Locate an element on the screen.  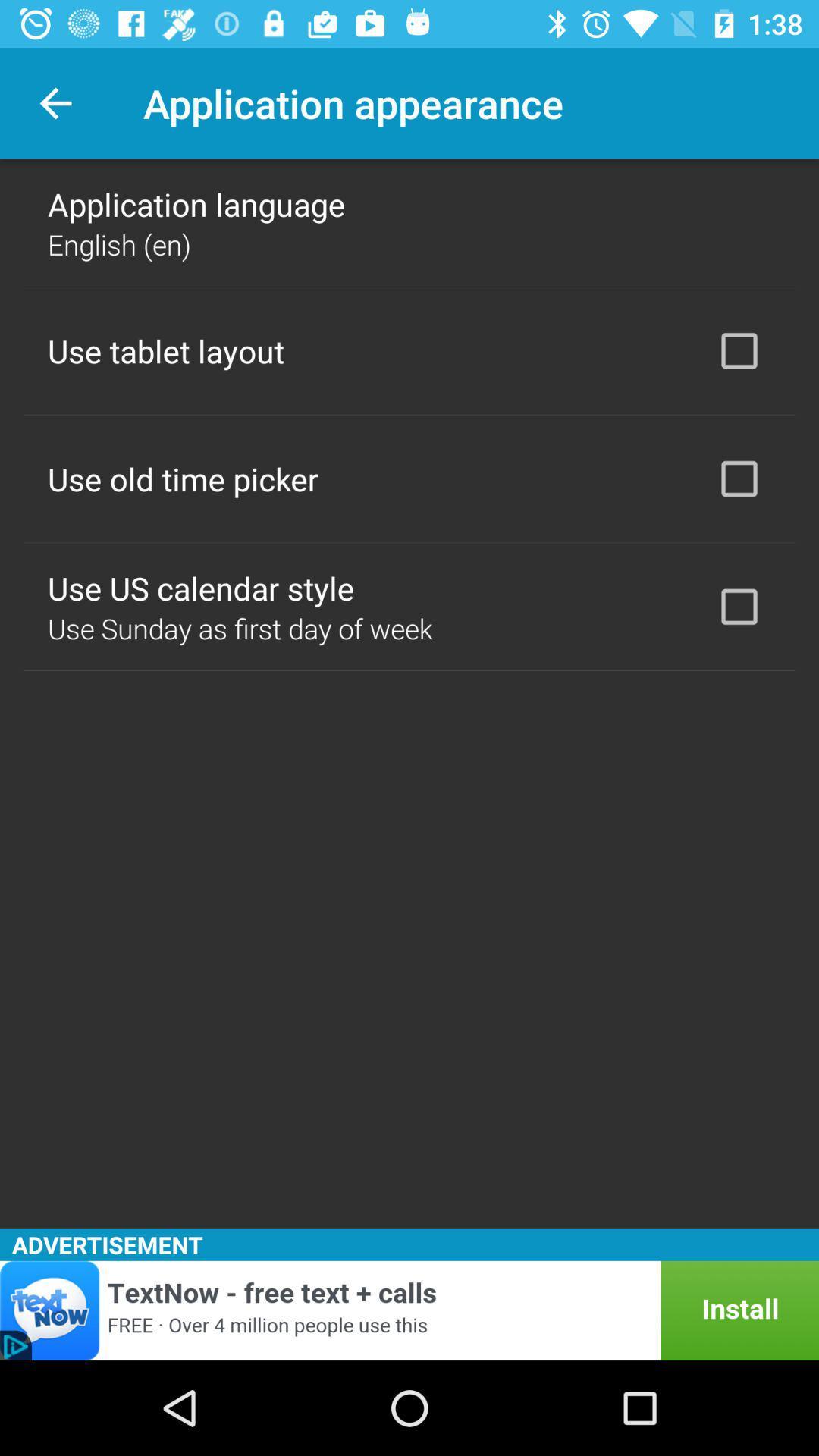
the item on the right is located at coordinates (739, 607).